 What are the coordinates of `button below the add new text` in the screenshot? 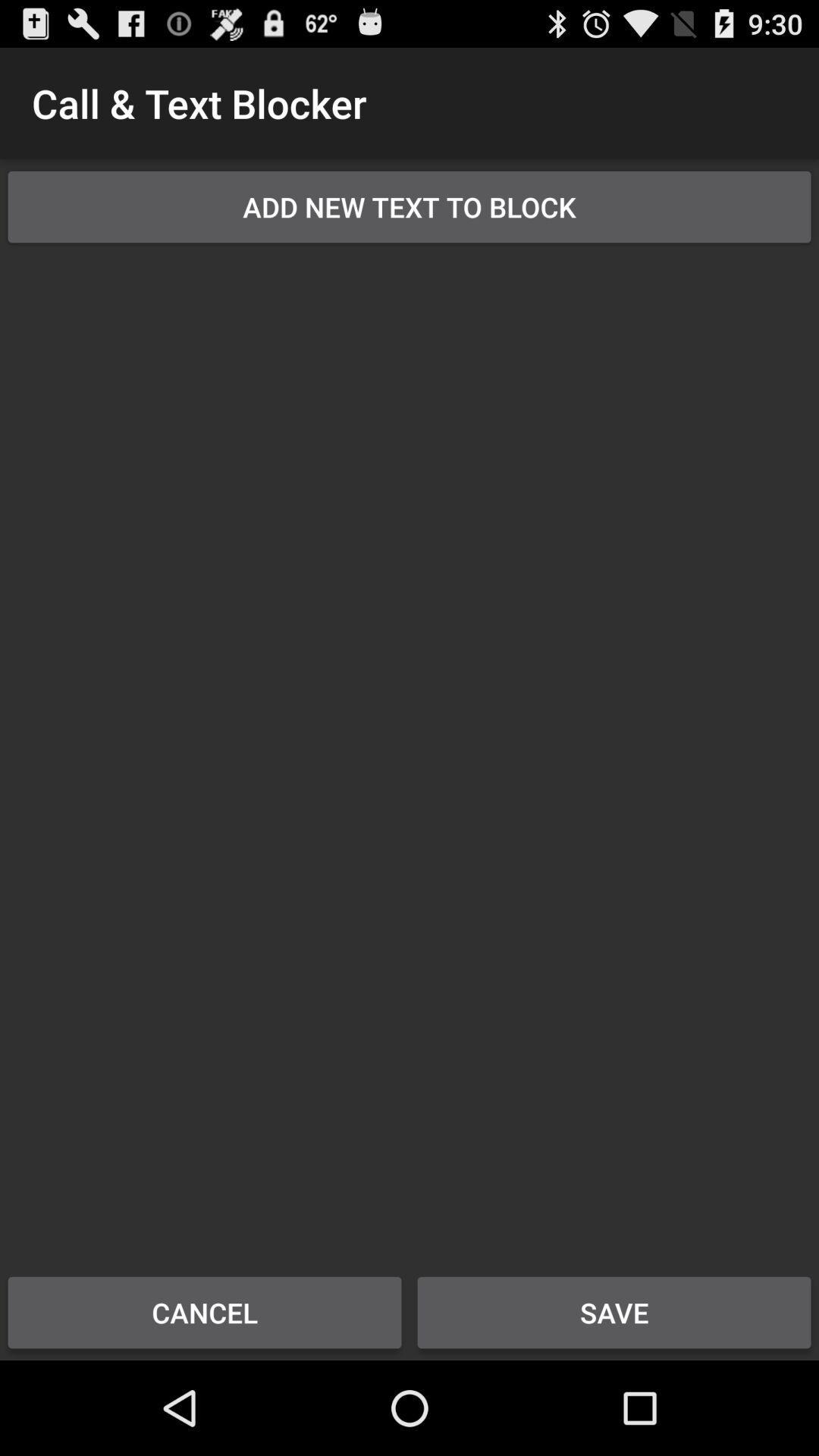 It's located at (409, 749).